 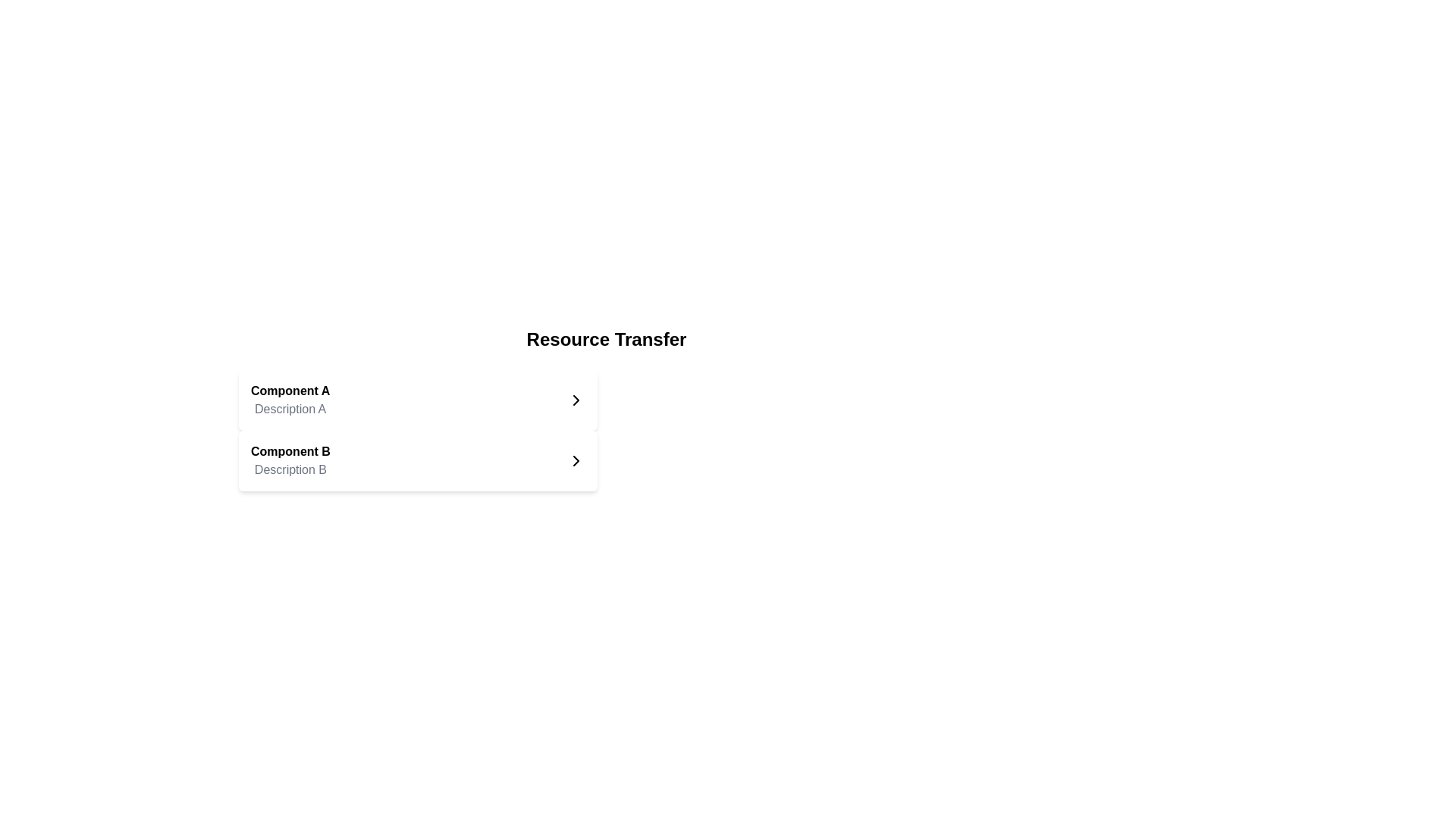 What do you see at coordinates (290, 469) in the screenshot?
I see `the text label displaying 'Description B' in light gray color, located directly below 'Component B'` at bounding box center [290, 469].